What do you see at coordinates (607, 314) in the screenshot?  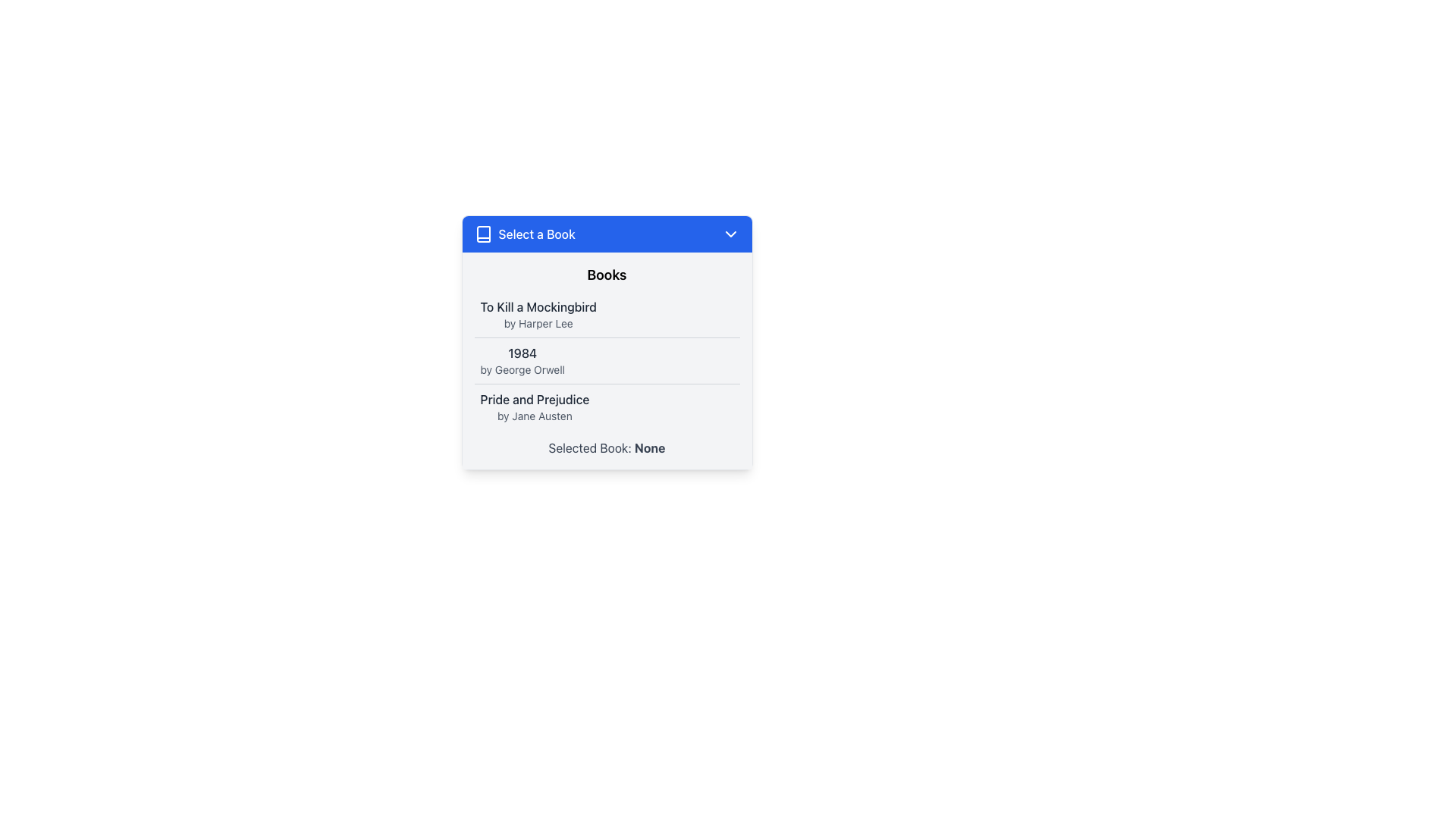 I see `the first selectable book item in the list, which represents 'To Kill a Mockingbird by Harper Lee'` at bounding box center [607, 314].